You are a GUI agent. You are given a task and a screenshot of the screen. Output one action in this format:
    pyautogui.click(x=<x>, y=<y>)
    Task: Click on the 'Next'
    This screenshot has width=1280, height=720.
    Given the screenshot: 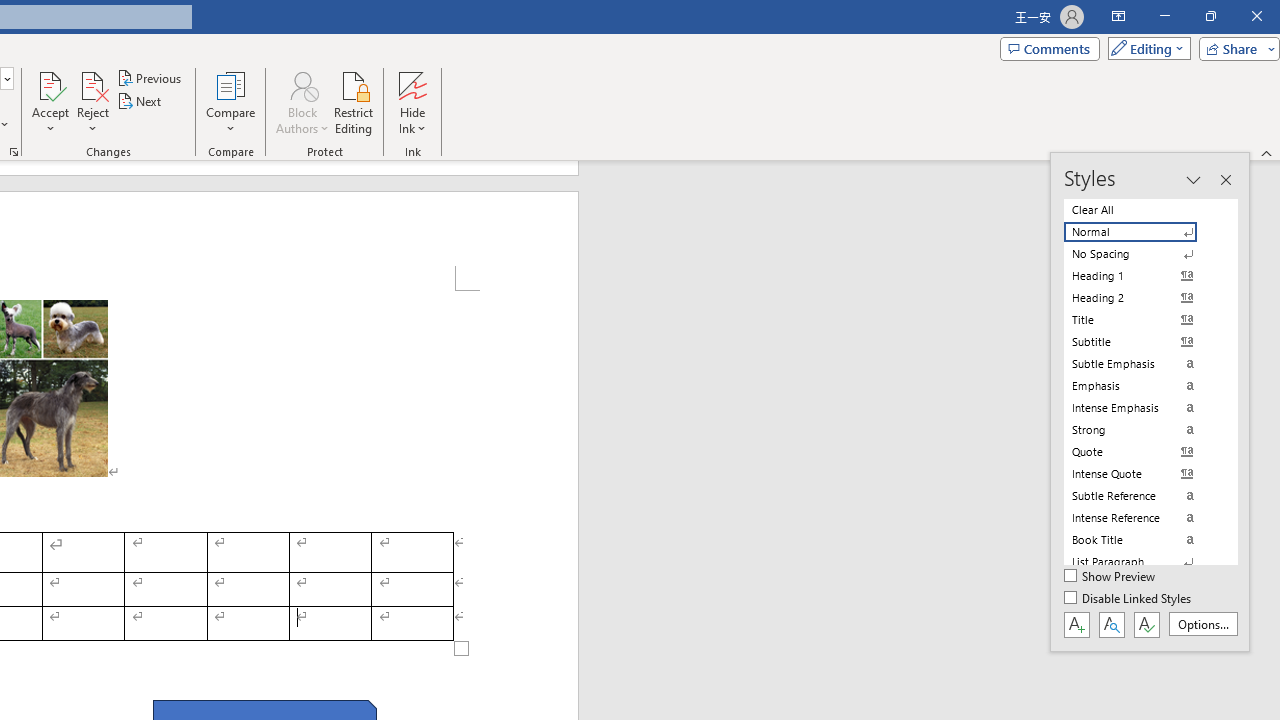 What is the action you would take?
    pyautogui.click(x=139, y=101)
    